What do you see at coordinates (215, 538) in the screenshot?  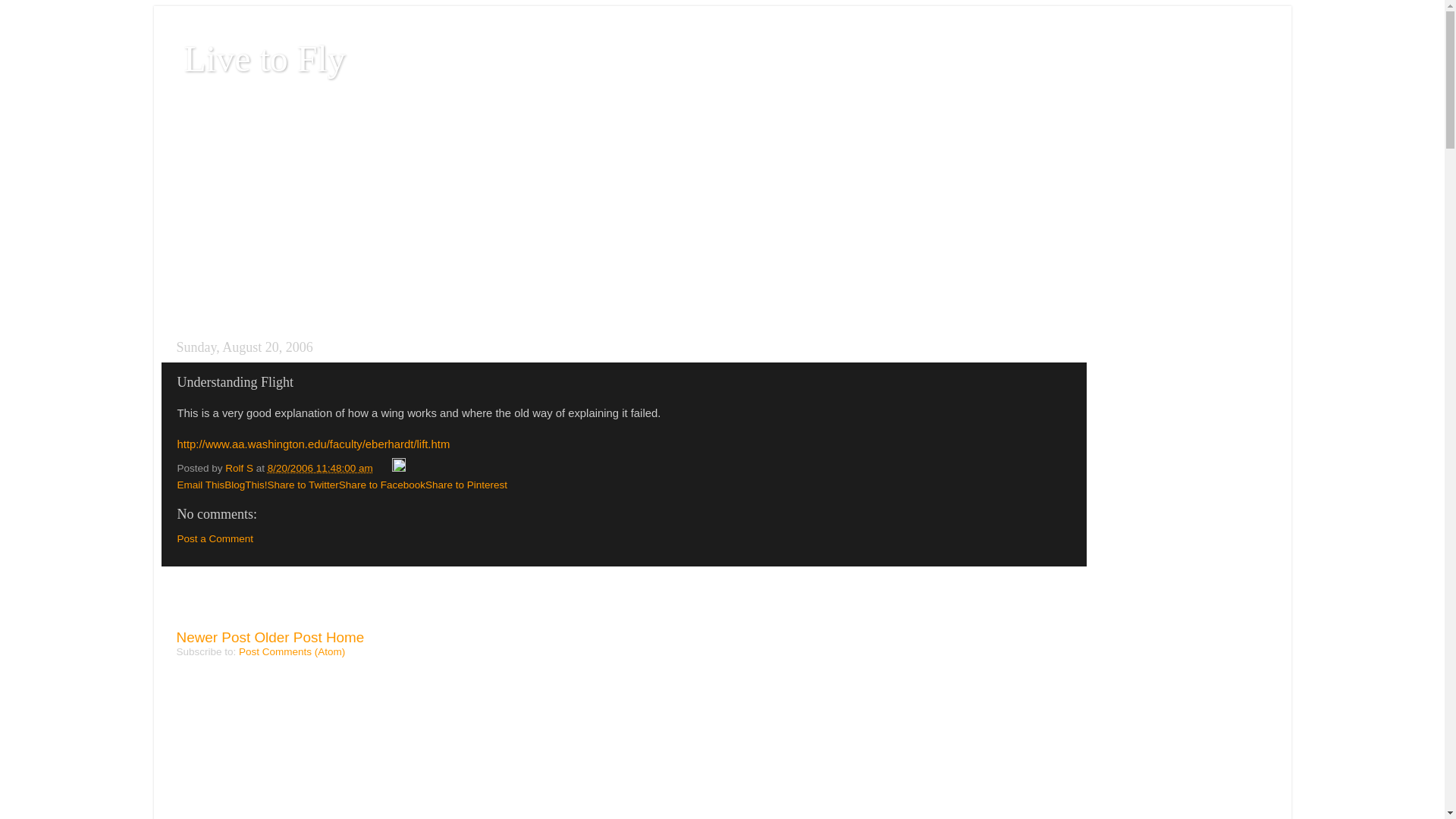 I see `'Post a Comment'` at bounding box center [215, 538].